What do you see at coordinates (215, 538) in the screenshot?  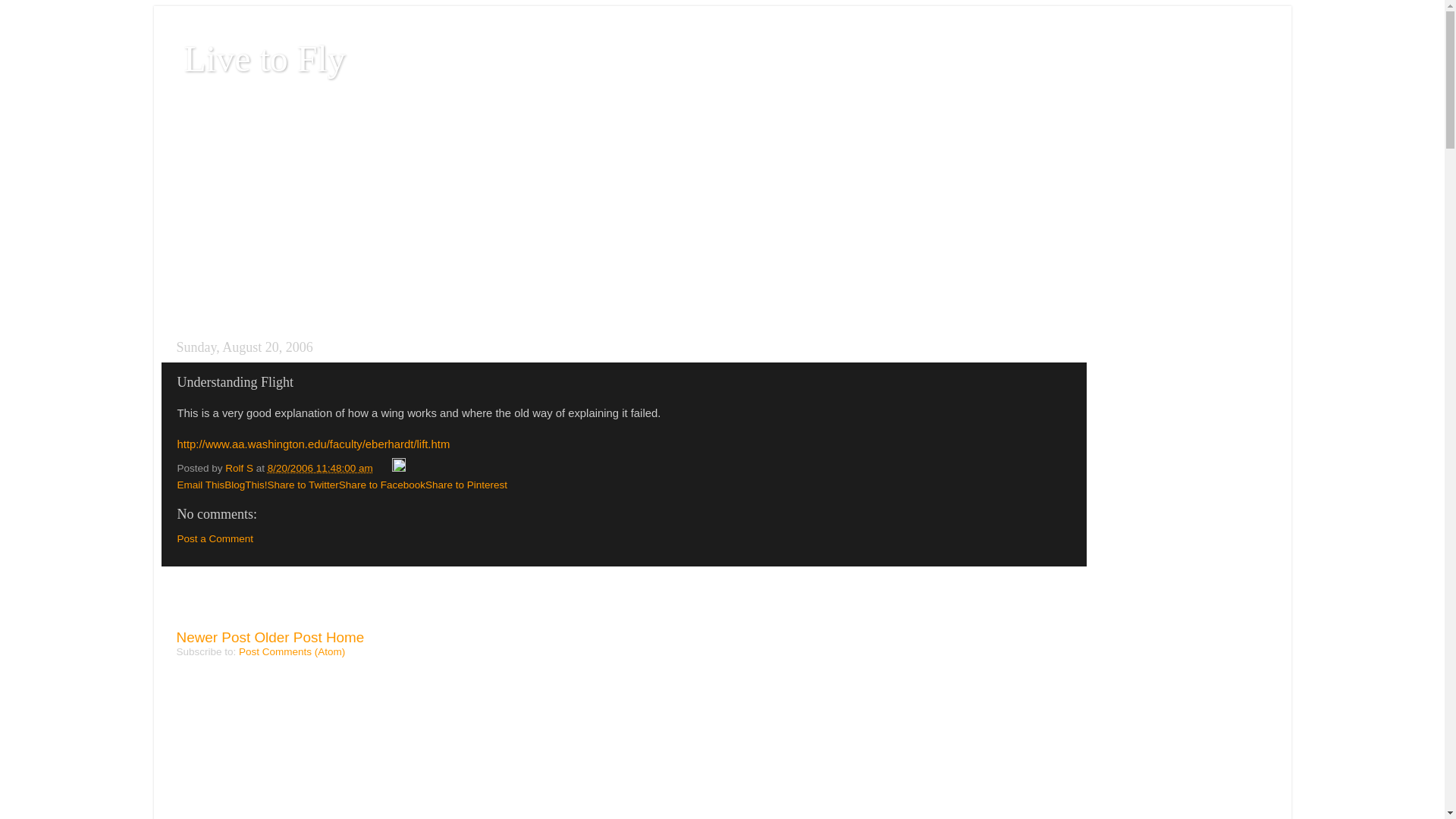 I see `'Post a Comment'` at bounding box center [215, 538].